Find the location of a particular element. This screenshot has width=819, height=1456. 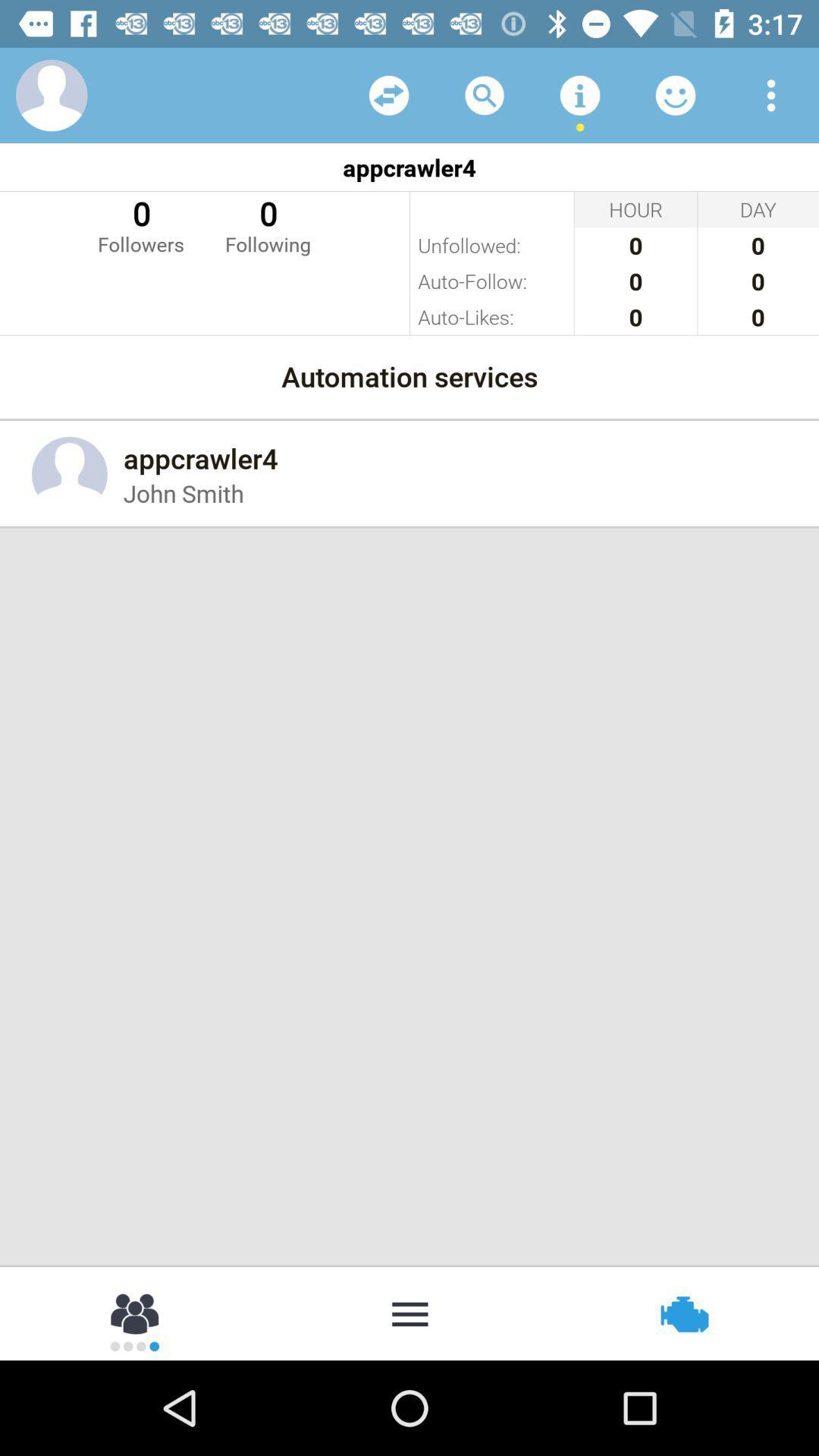

search a name is located at coordinates (485, 94).